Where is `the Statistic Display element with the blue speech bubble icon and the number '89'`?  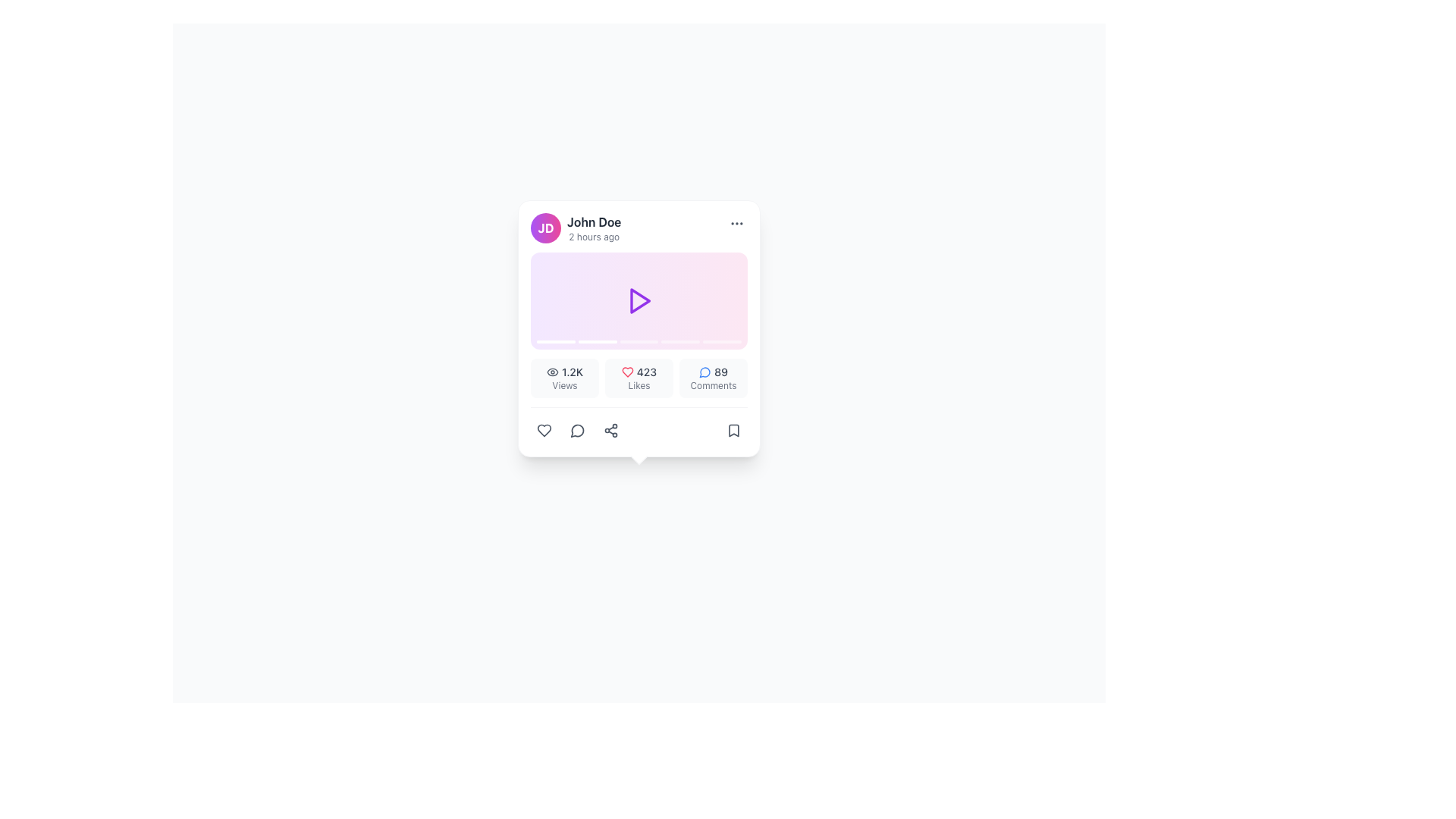
the Statistic Display element with the blue speech bubble icon and the number '89' is located at coordinates (712, 377).